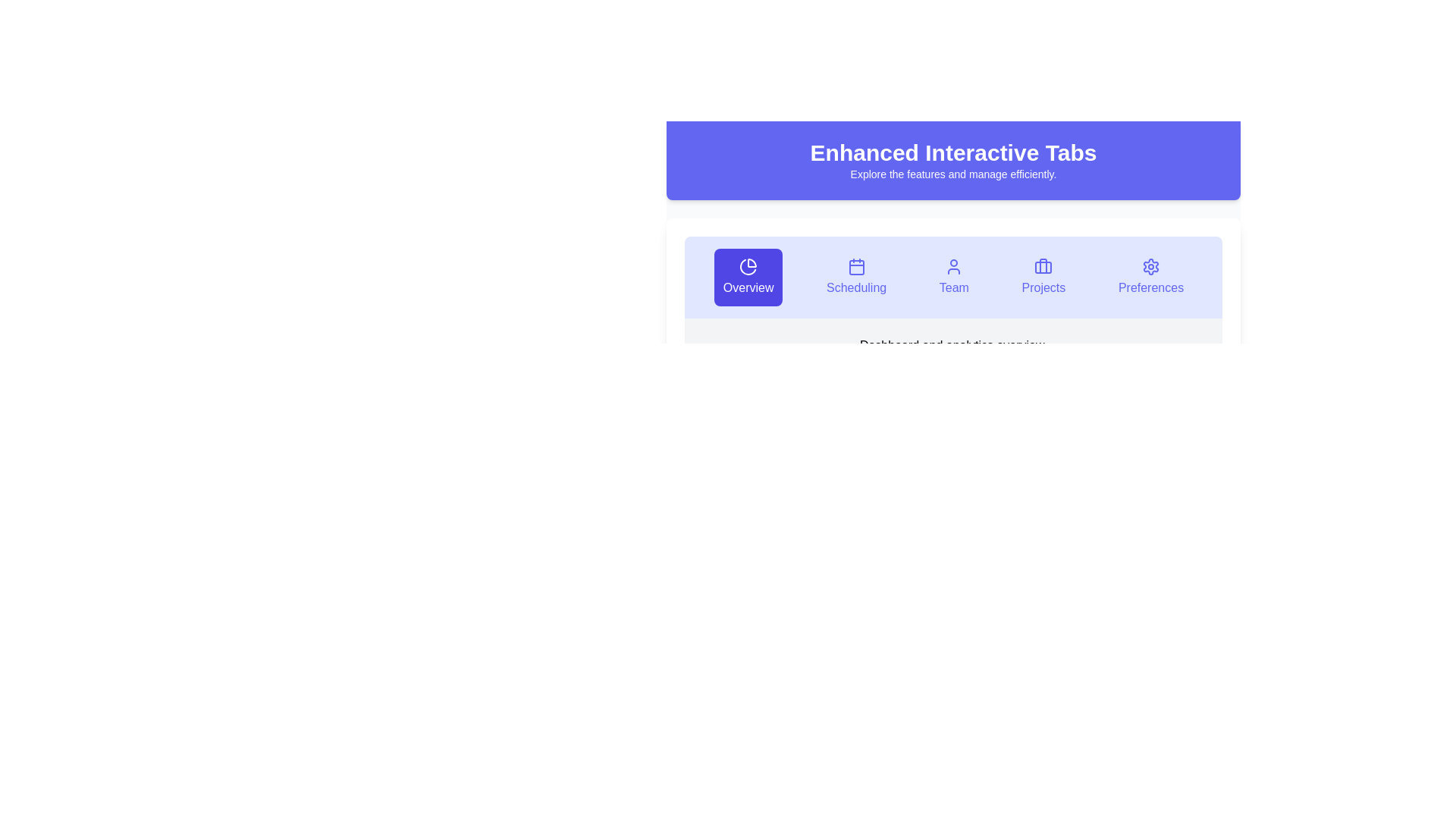 The width and height of the screenshot is (1456, 819). I want to click on the 'Overview' button, which is represented by an icon that serves as a visual indicator for the section, located in the top-left of the options bar, so click(748, 265).